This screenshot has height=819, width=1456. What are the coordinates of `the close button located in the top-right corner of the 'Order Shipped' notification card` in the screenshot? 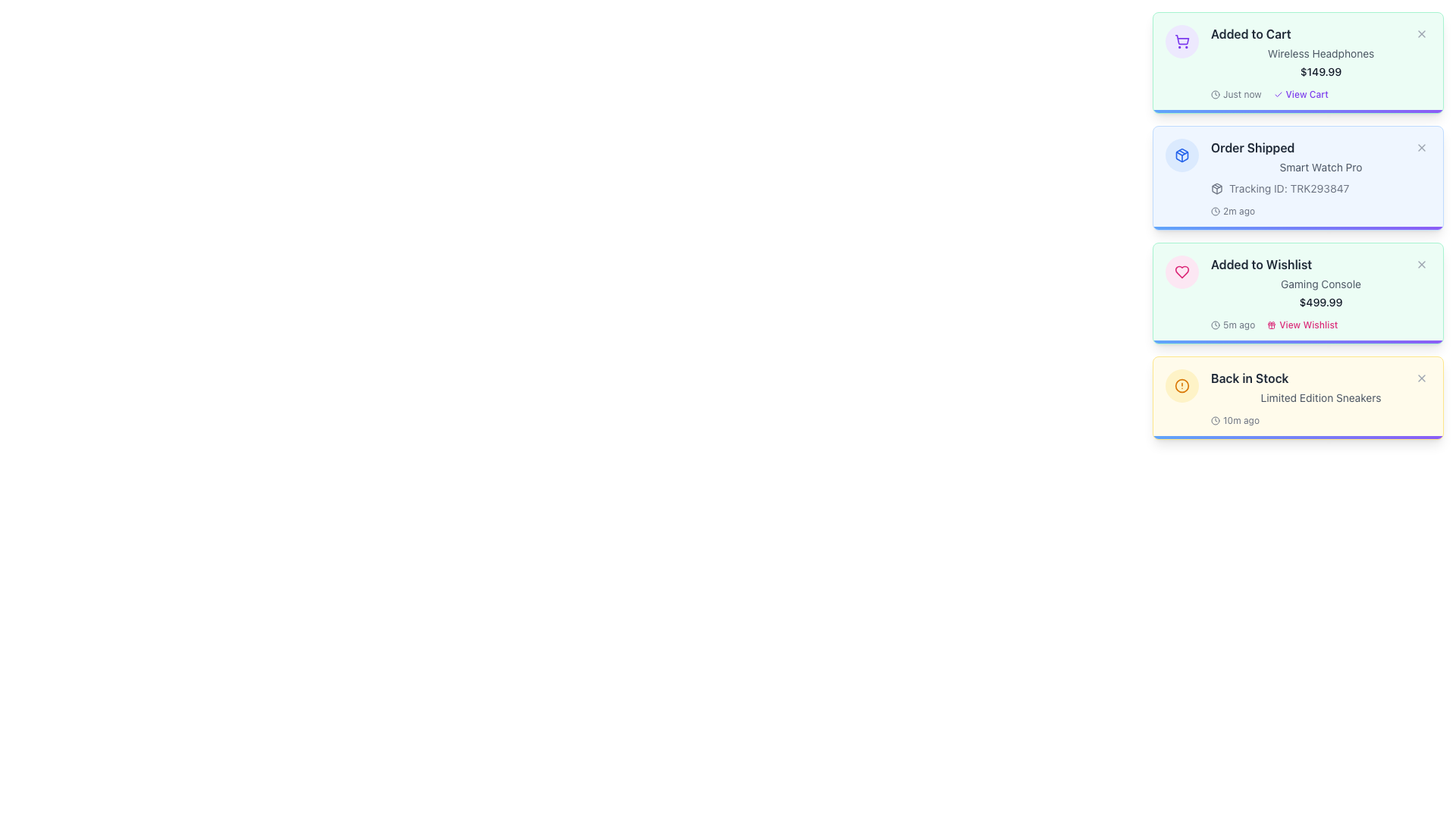 It's located at (1421, 148).